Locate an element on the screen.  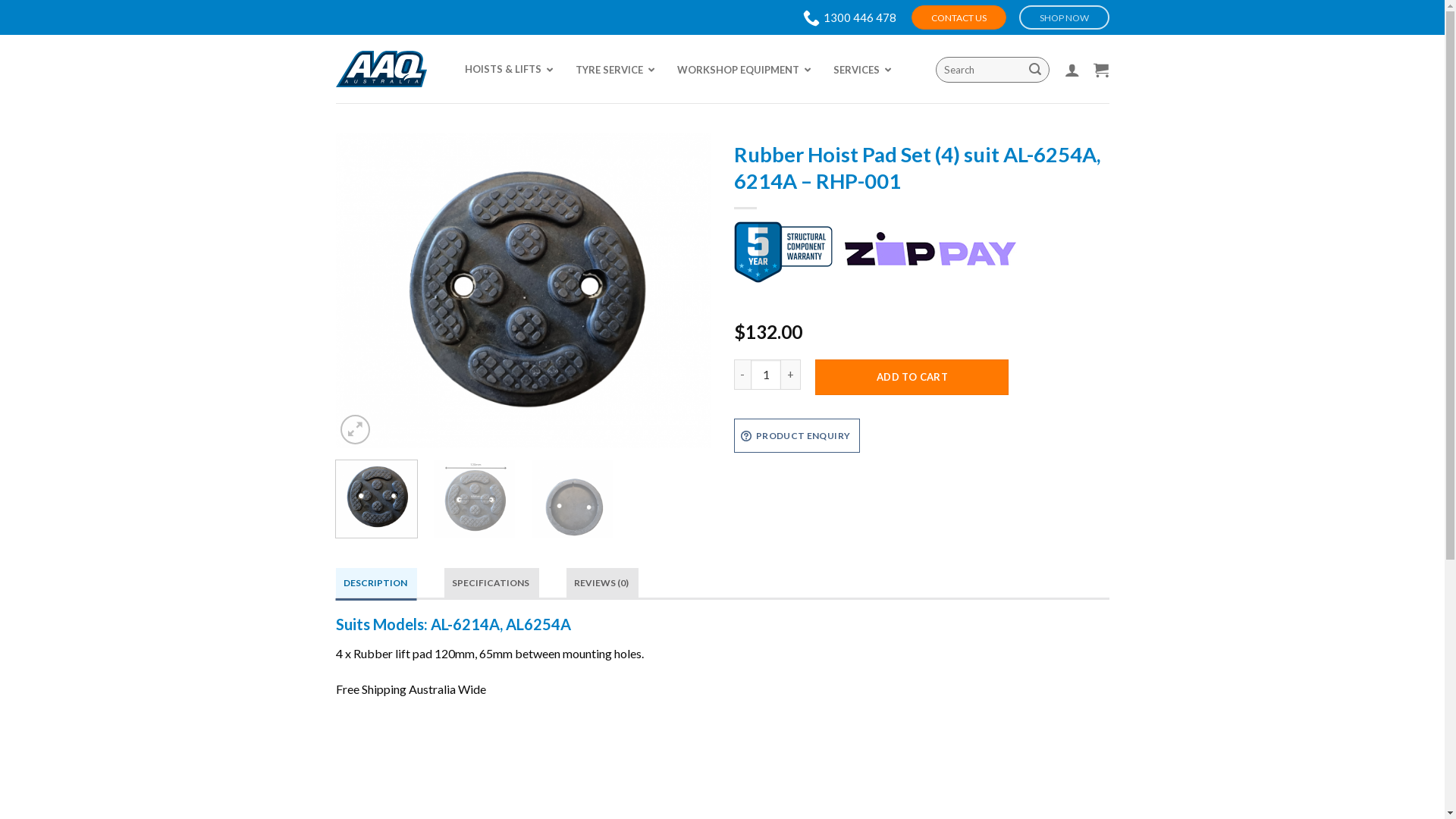
'ADD TO CART' is located at coordinates (911, 376).